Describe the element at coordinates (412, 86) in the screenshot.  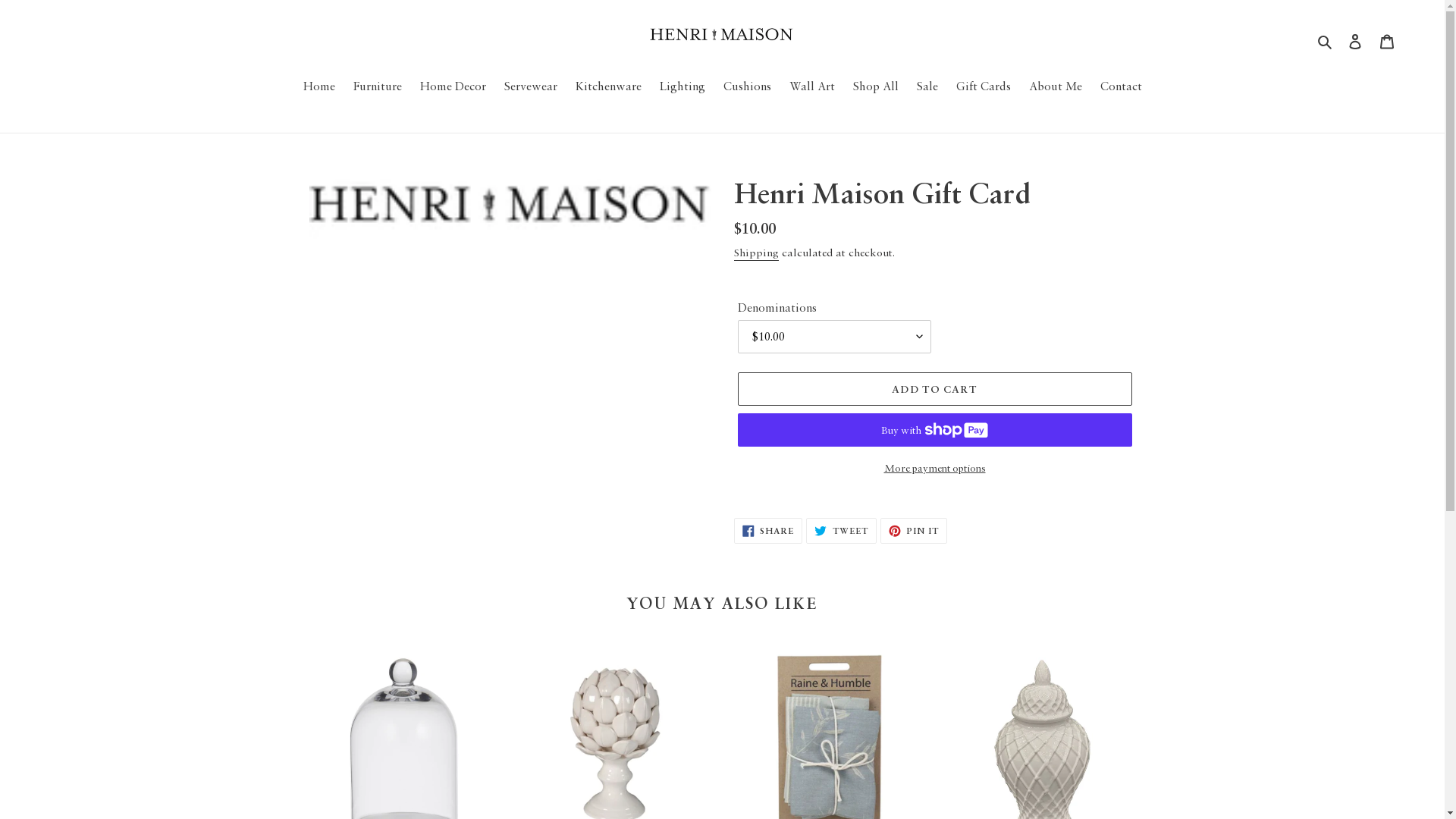
I see `'Home Decor'` at that location.